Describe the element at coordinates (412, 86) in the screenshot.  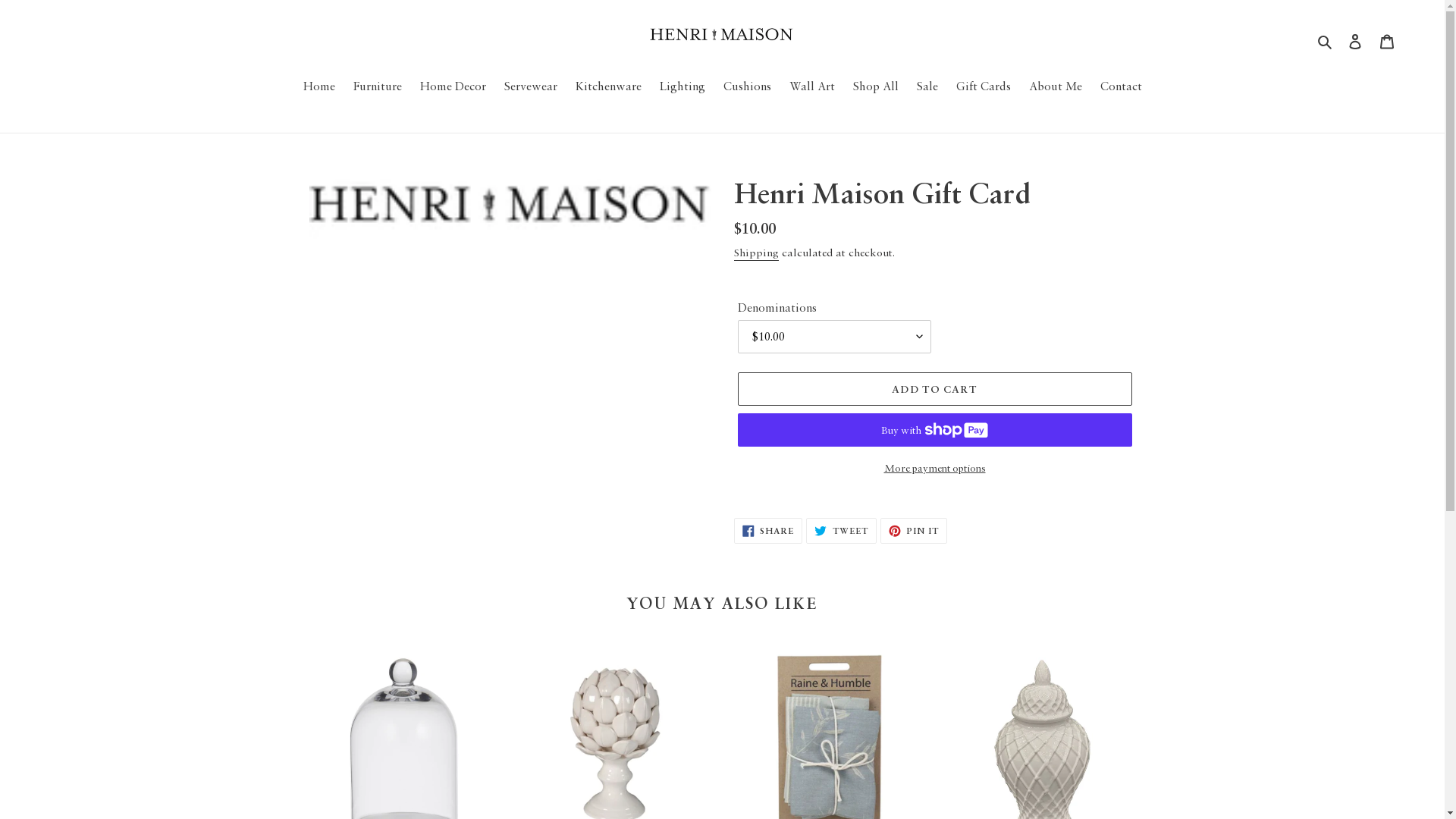
I see `'Home Decor'` at that location.